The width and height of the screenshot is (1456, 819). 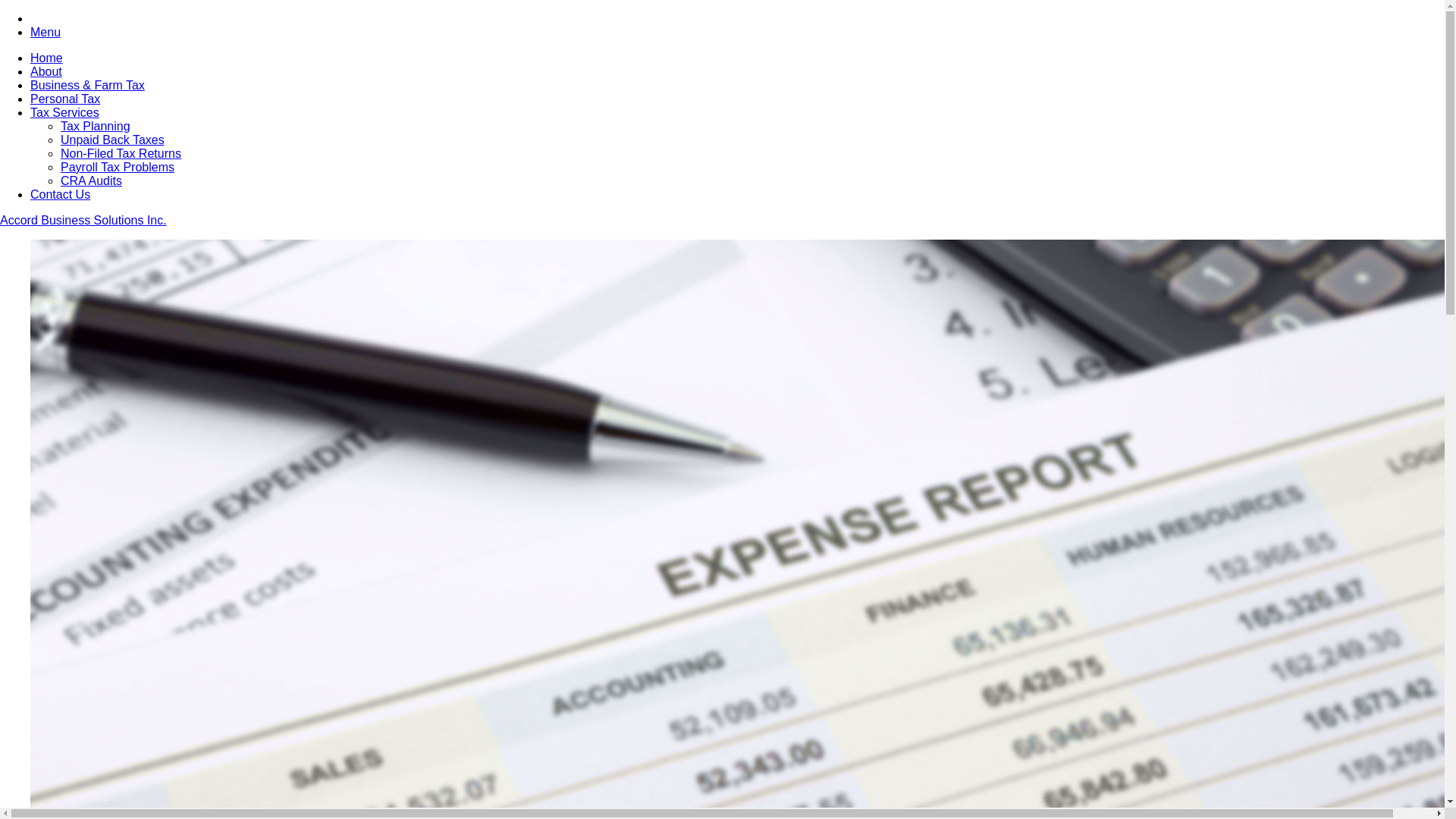 I want to click on 'CRA Audits', so click(x=90, y=180).